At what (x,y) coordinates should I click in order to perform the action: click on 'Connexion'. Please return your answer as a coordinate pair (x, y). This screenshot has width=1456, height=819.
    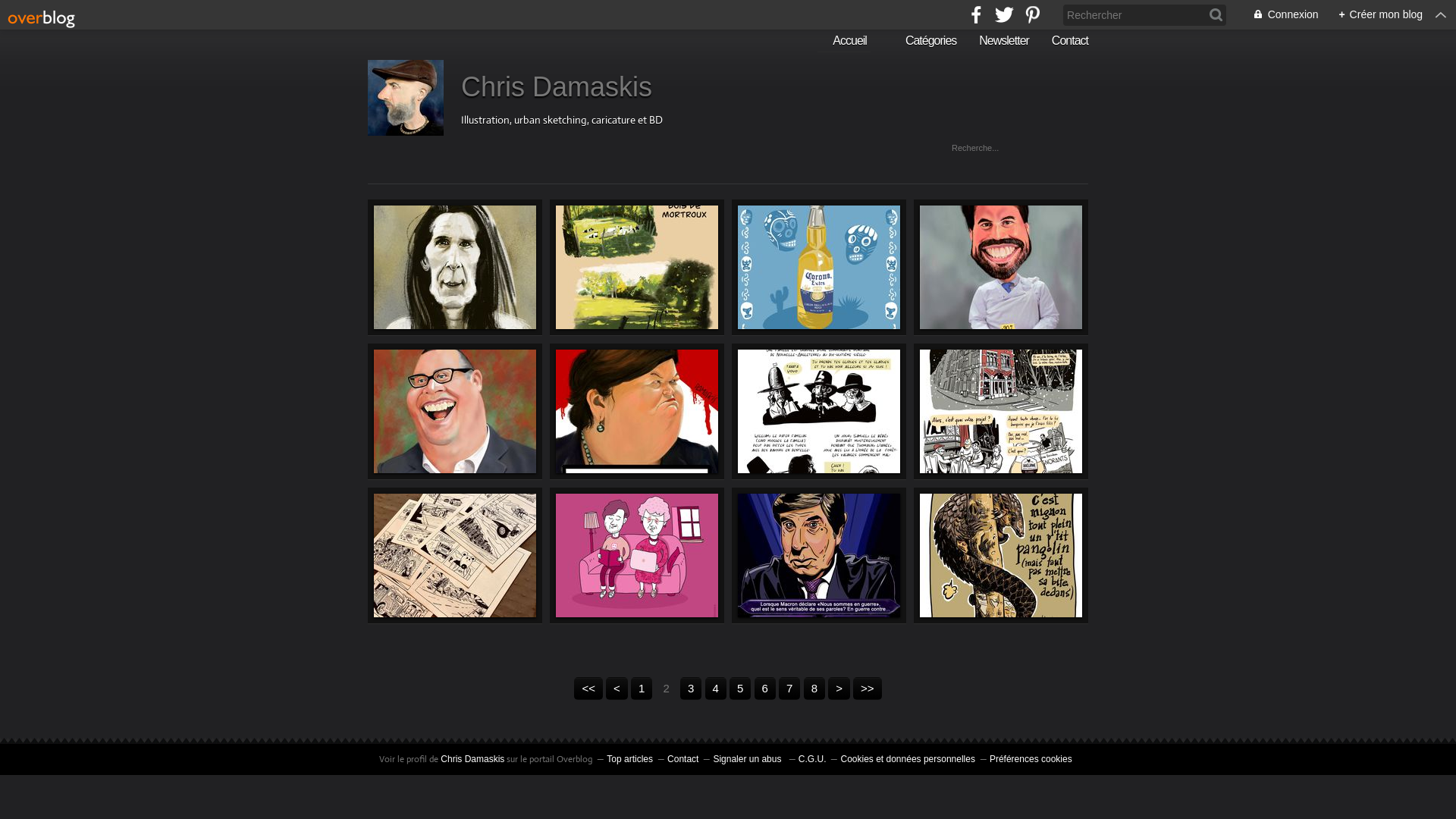
    Looking at the image, I should click on (1276, 14).